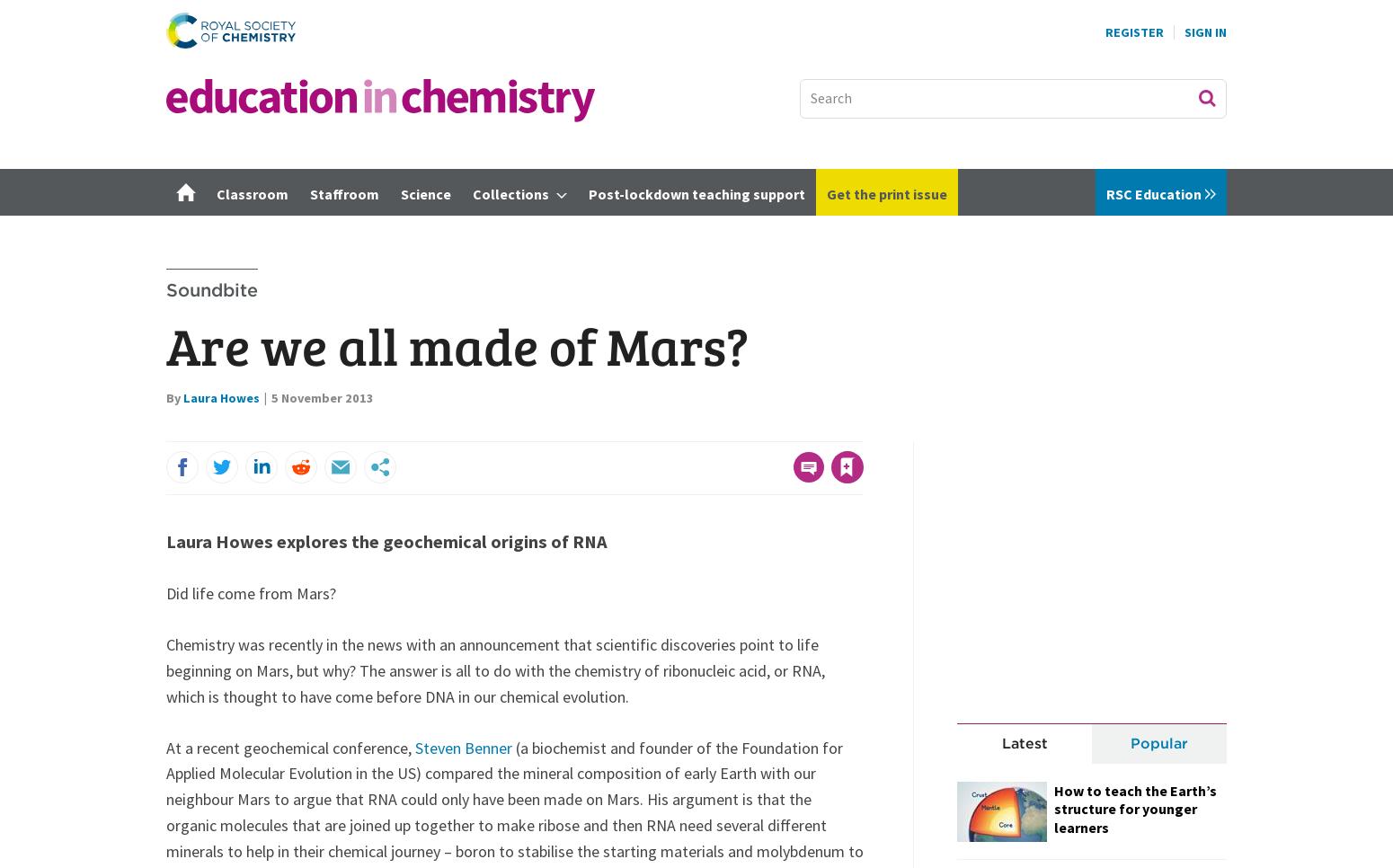 This screenshot has width=1393, height=868. What do you see at coordinates (1002, 192) in the screenshot?
I see `'More from'` at bounding box center [1002, 192].